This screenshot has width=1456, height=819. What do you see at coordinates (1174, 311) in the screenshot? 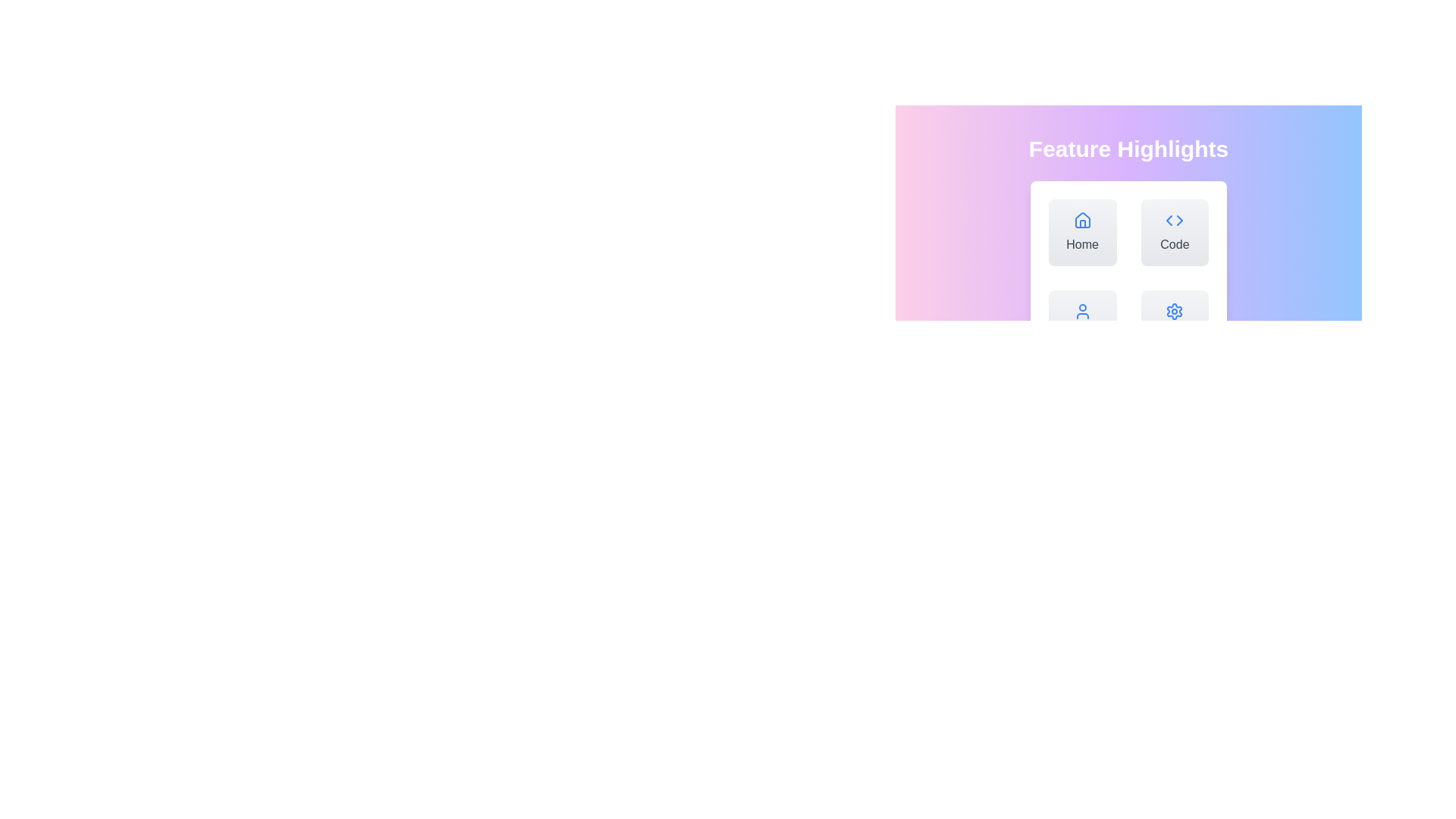
I see `the 'Settings' icon located in the bottom-right card of the grid layout, positioned above the text label 'Settings'` at bounding box center [1174, 311].